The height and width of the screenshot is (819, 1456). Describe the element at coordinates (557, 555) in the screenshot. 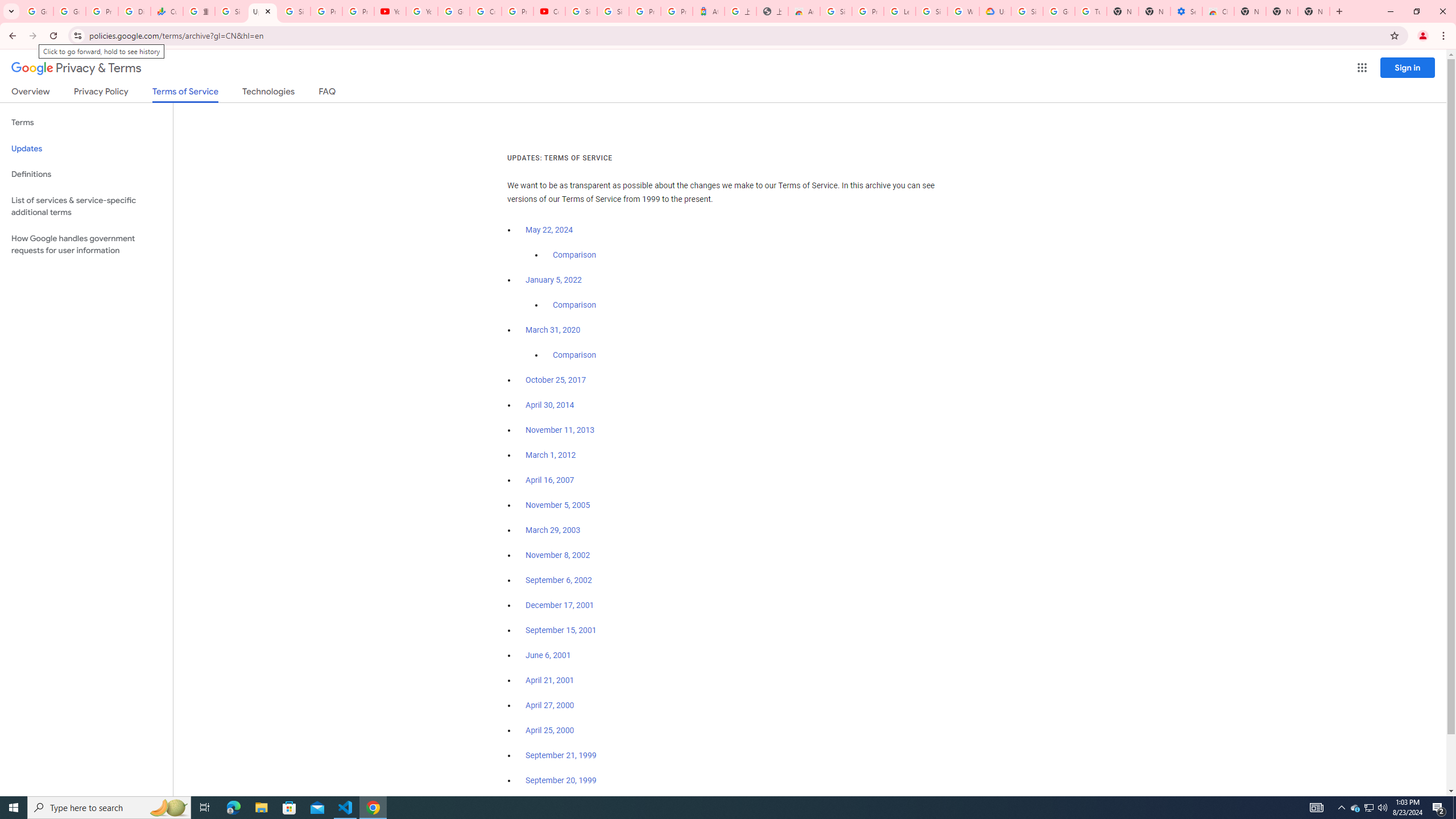

I see `'November 8, 2002'` at that location.